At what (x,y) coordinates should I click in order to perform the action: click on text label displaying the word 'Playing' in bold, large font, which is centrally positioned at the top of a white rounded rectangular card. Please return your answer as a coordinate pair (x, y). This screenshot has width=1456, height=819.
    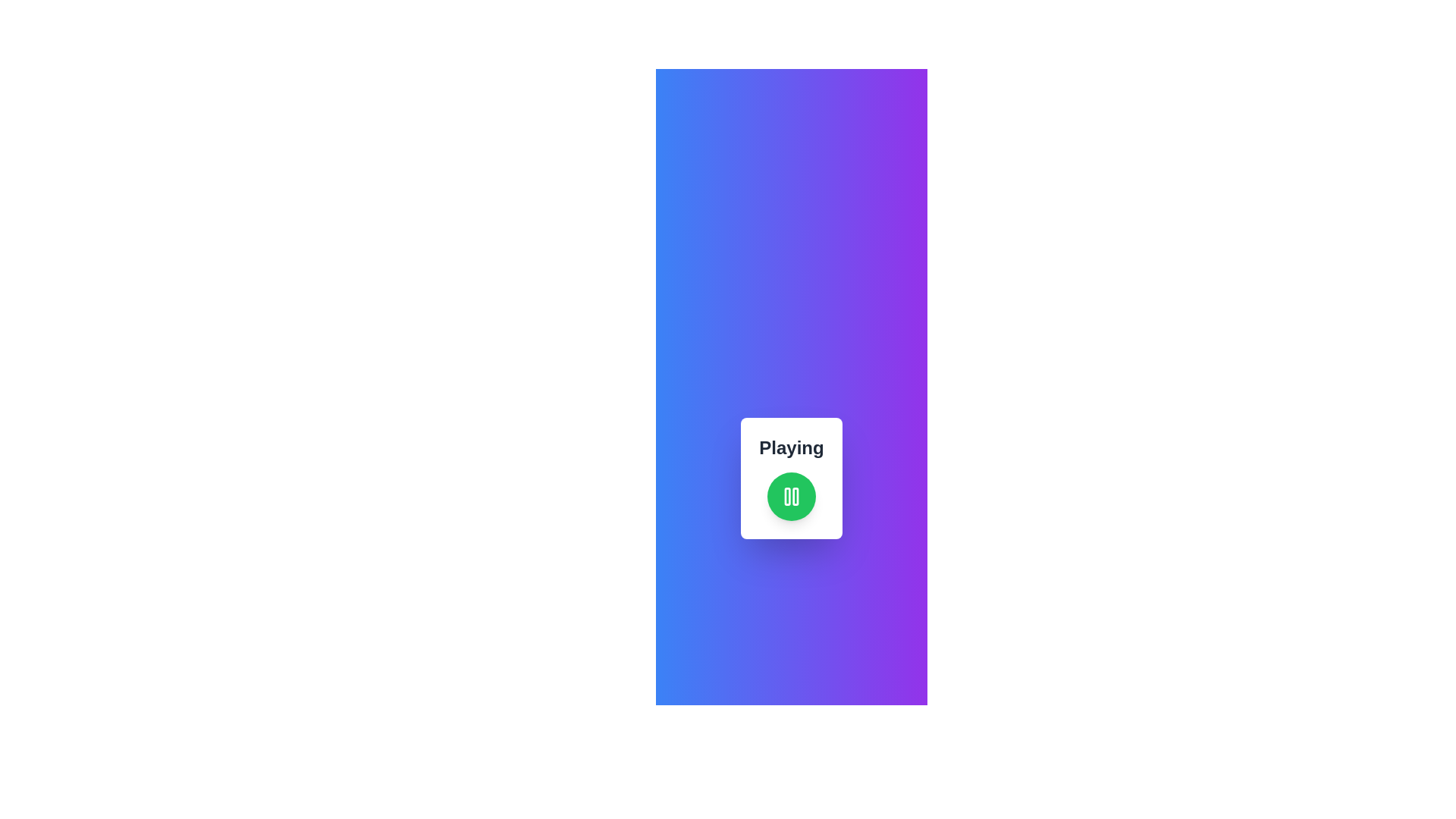
    Looking at the image, I should click on (790, 447).